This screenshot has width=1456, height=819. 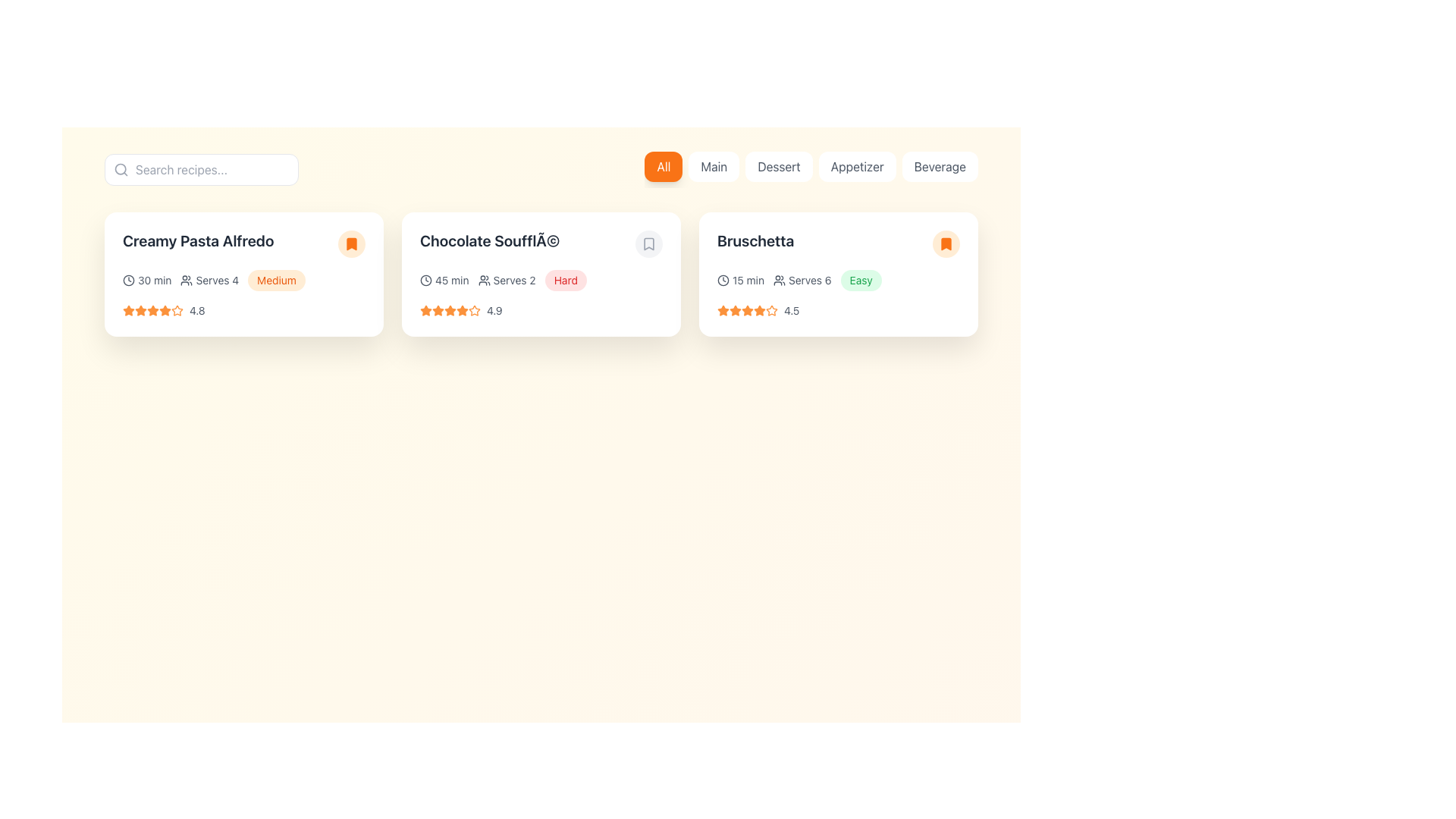 What do you see at coordinates (759, 309) in the screenshot?
I see `the third star-shaped rating icon in the vibrant orange fill to rate the 'Bruschetta' recipe` at bounding box center [759, 309].